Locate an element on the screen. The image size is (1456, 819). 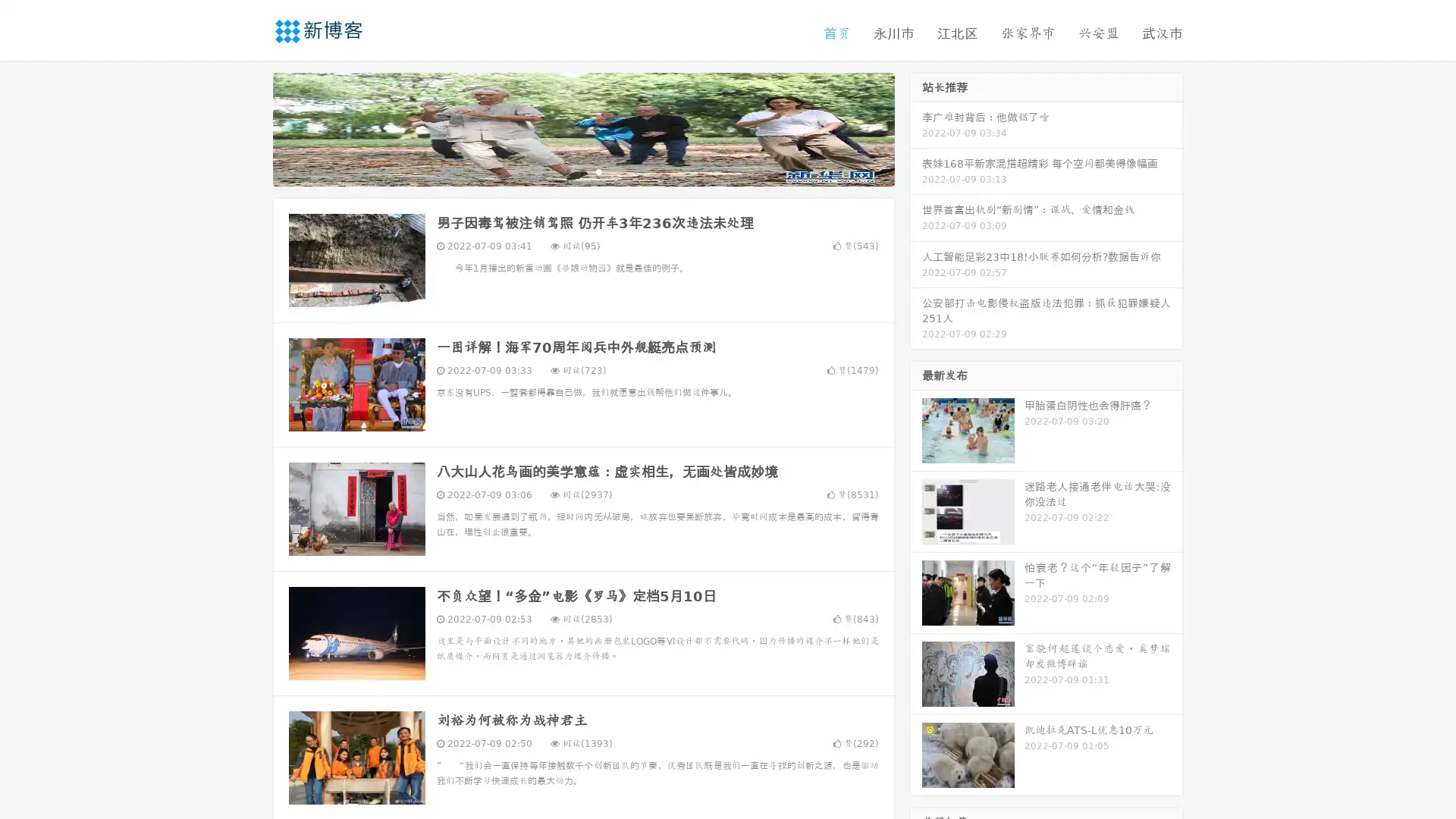
Go to slide 2 is located at coordinates (582, 171).